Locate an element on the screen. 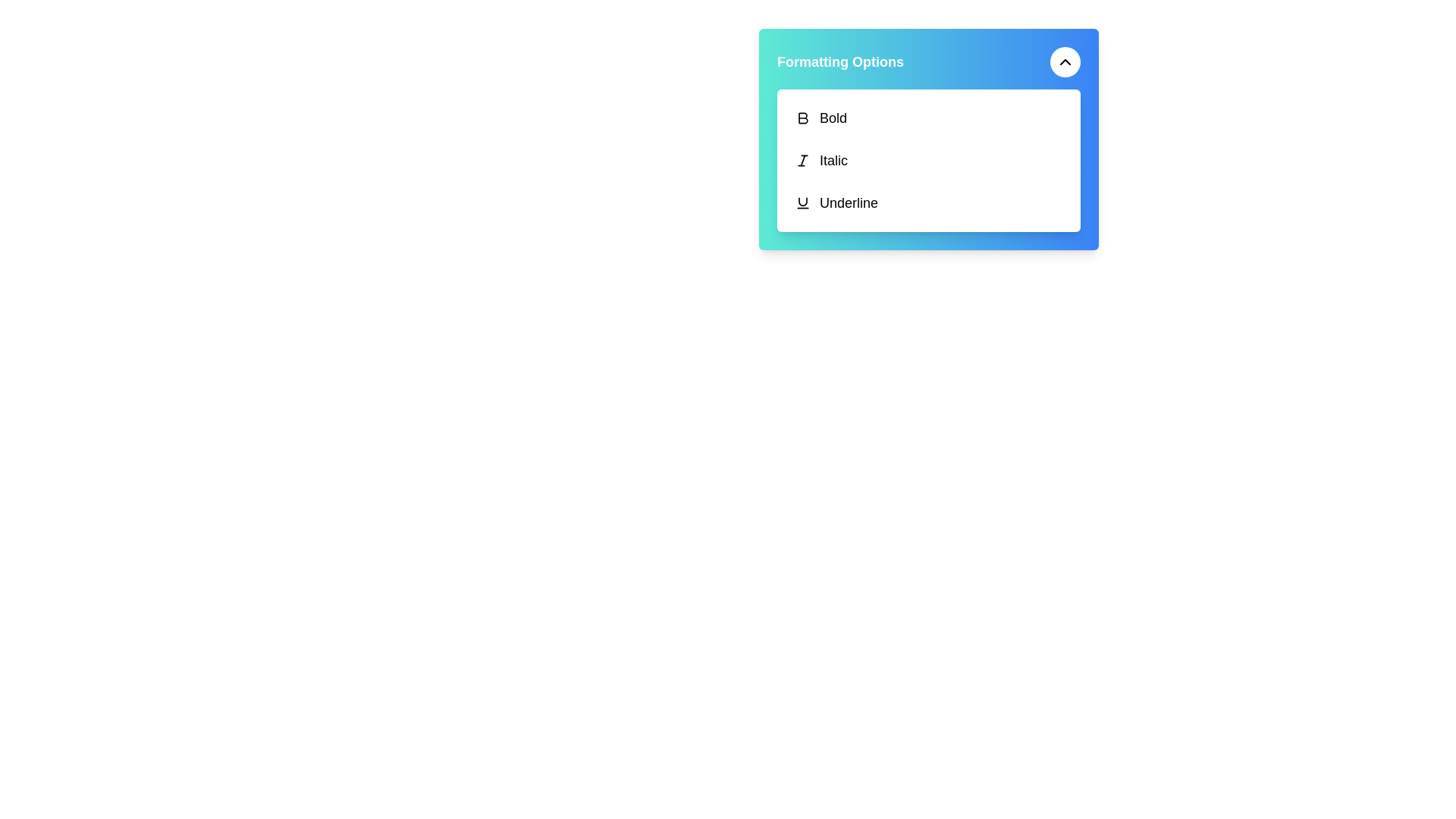  the 'Bold' button located at the top of the formatting options dropdown menu is located at coordinates (927, 117).